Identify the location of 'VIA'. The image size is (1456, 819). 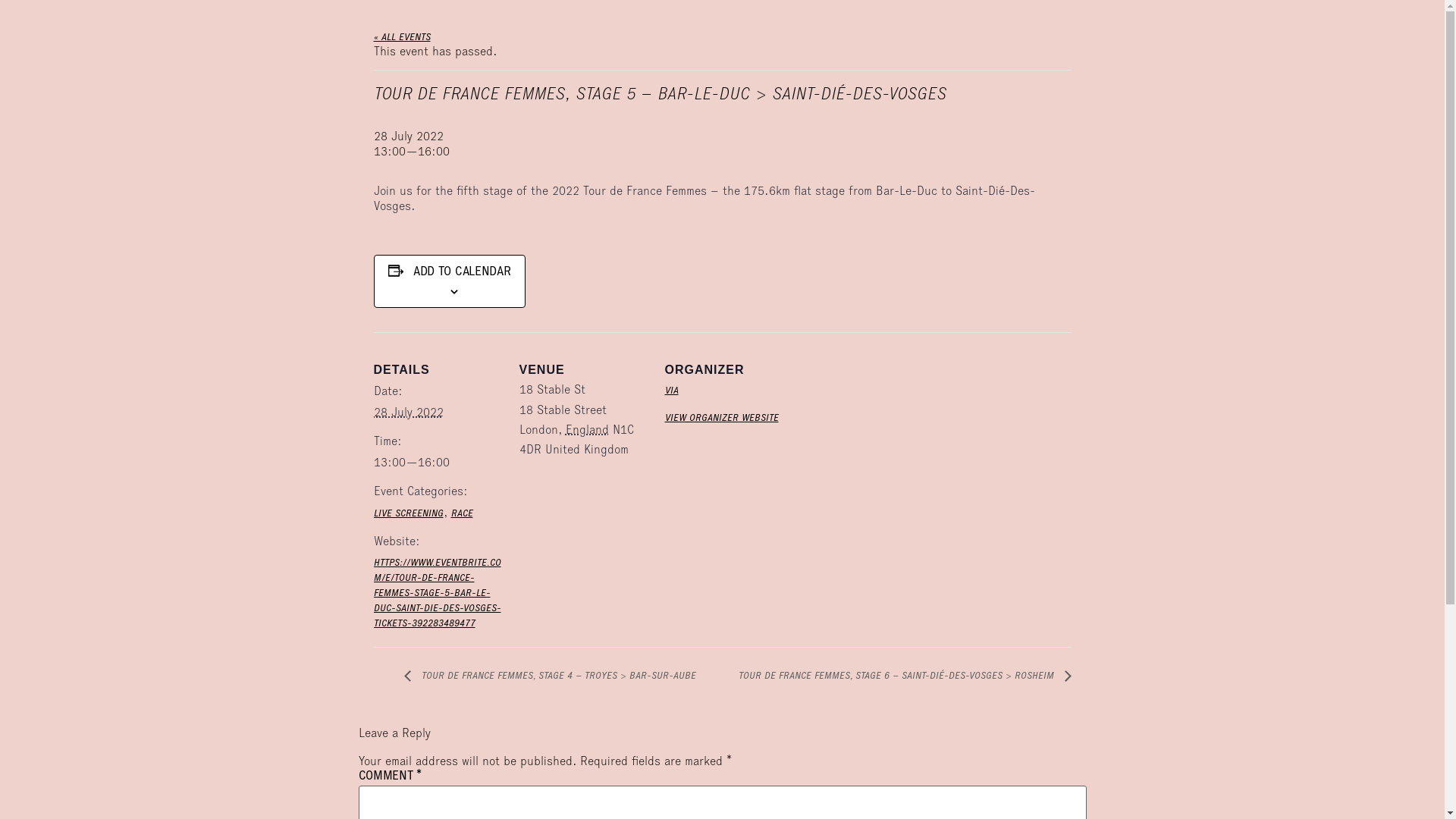
(670, 391).